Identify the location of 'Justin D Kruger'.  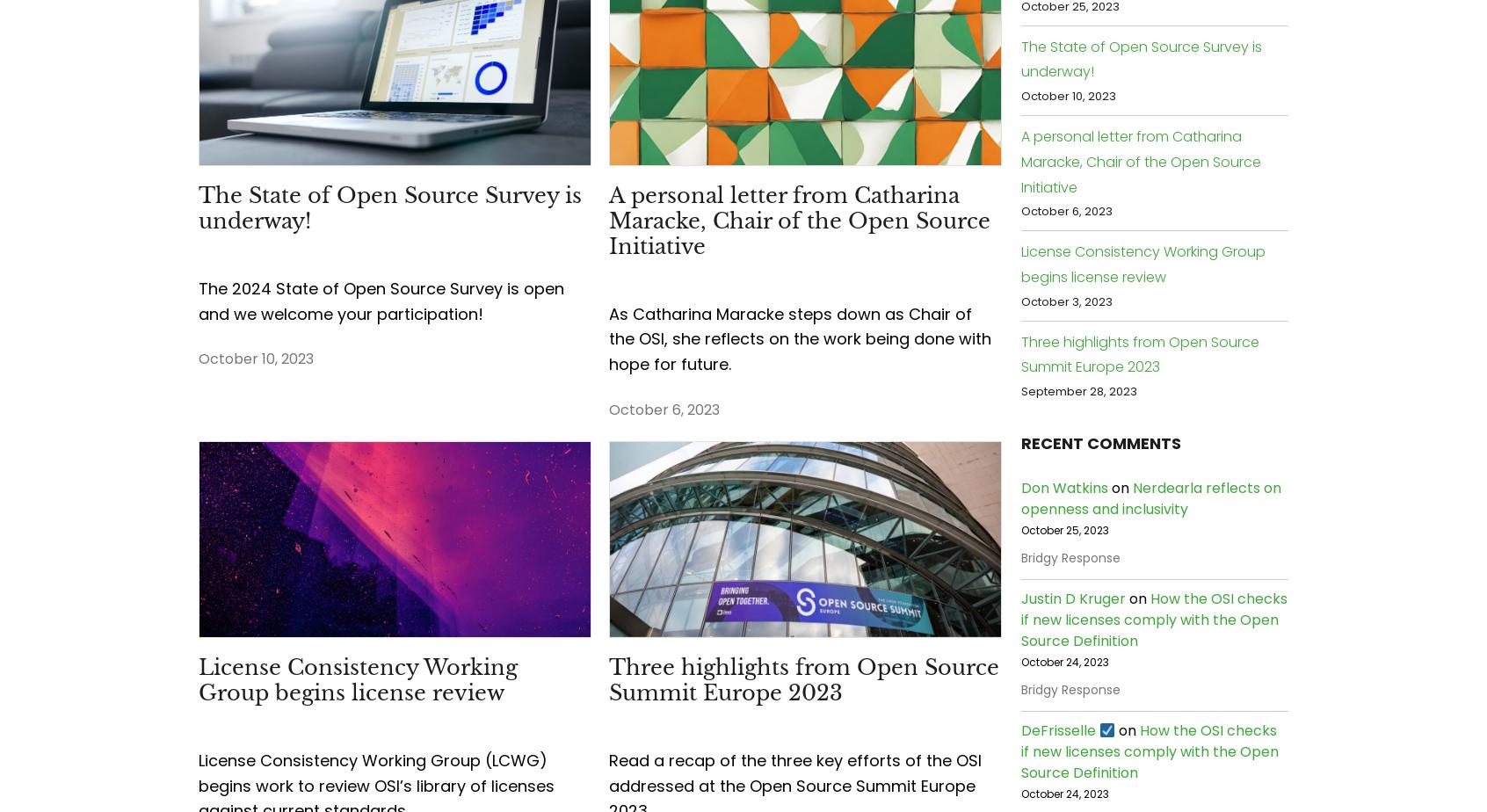
(1073, 598).